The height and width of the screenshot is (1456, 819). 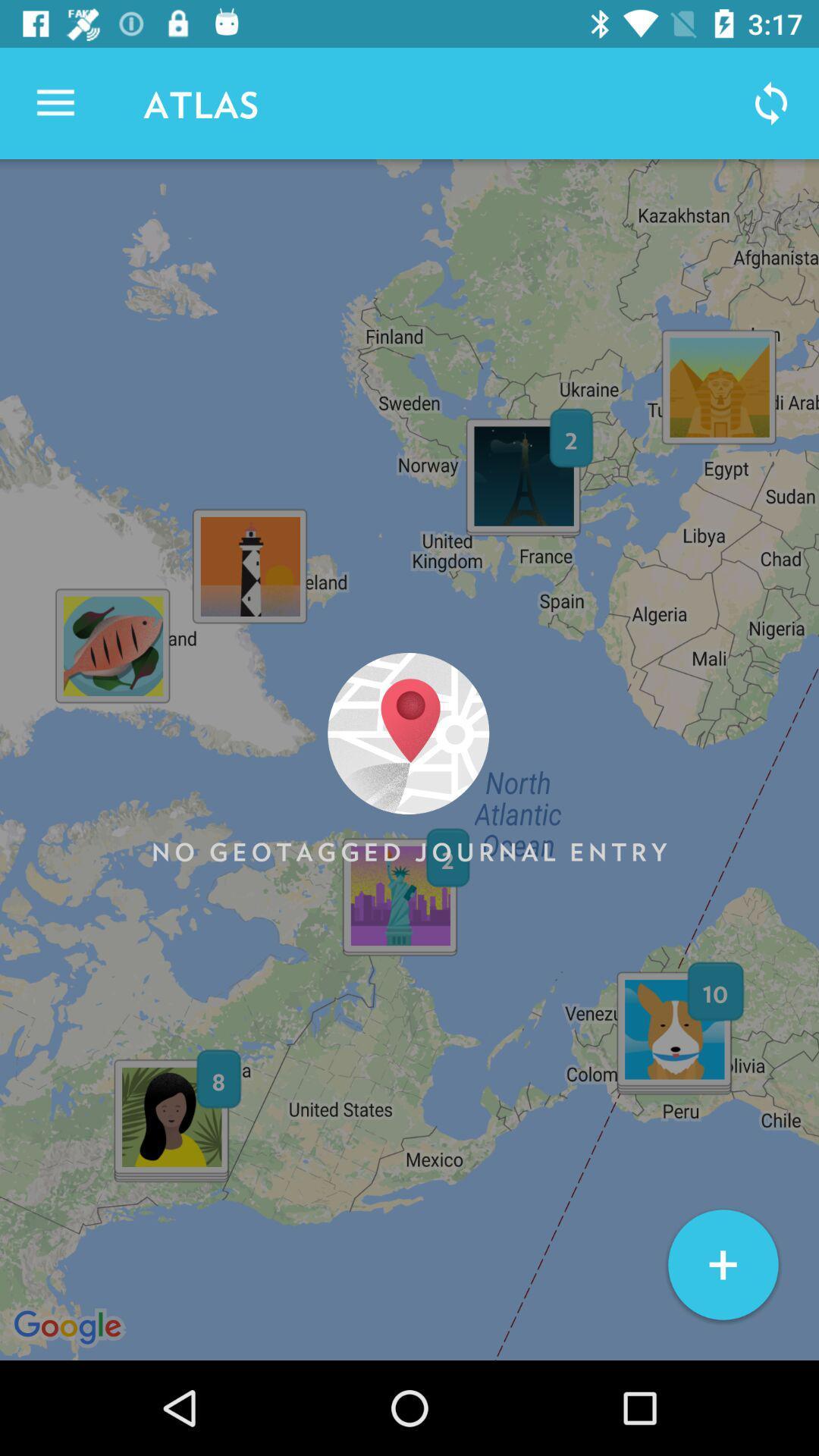 What do you see at coordinates (771, 102) in the screenshot?
I see `icon next to atlas` at bounding box center [771, 102].